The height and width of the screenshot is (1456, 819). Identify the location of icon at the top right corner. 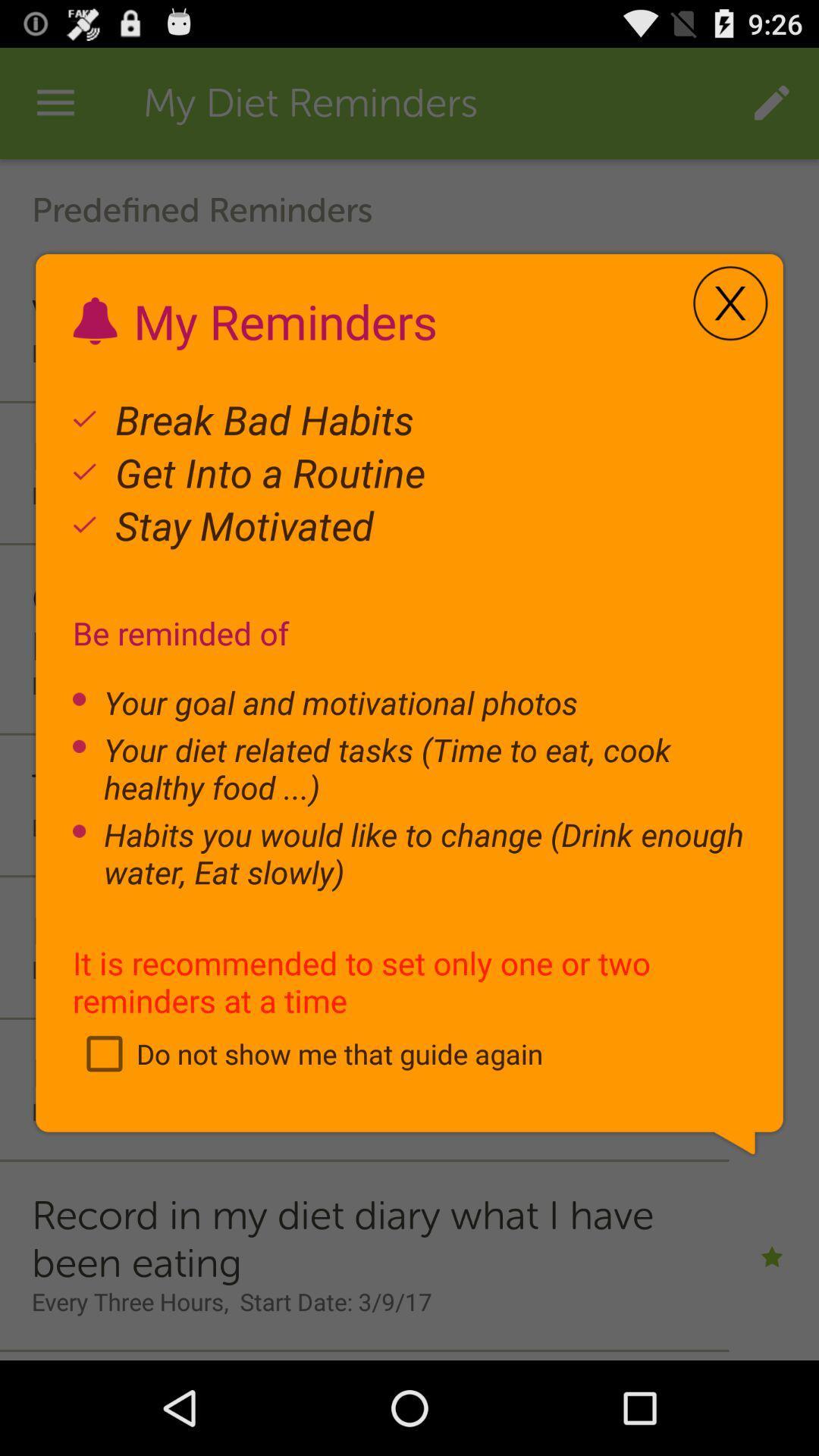
(730, 303).